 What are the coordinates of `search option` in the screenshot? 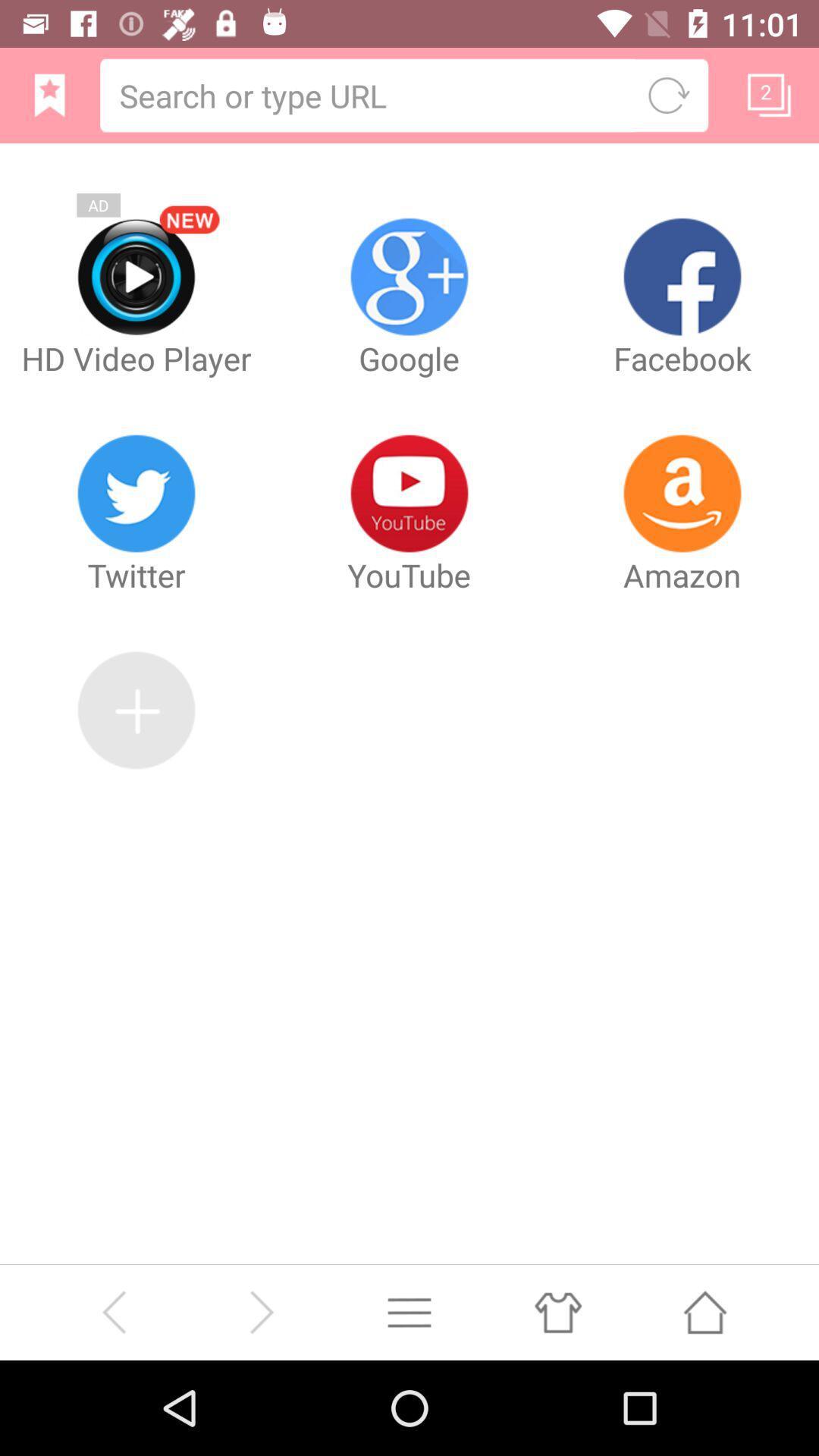 It's located at (369, 94).